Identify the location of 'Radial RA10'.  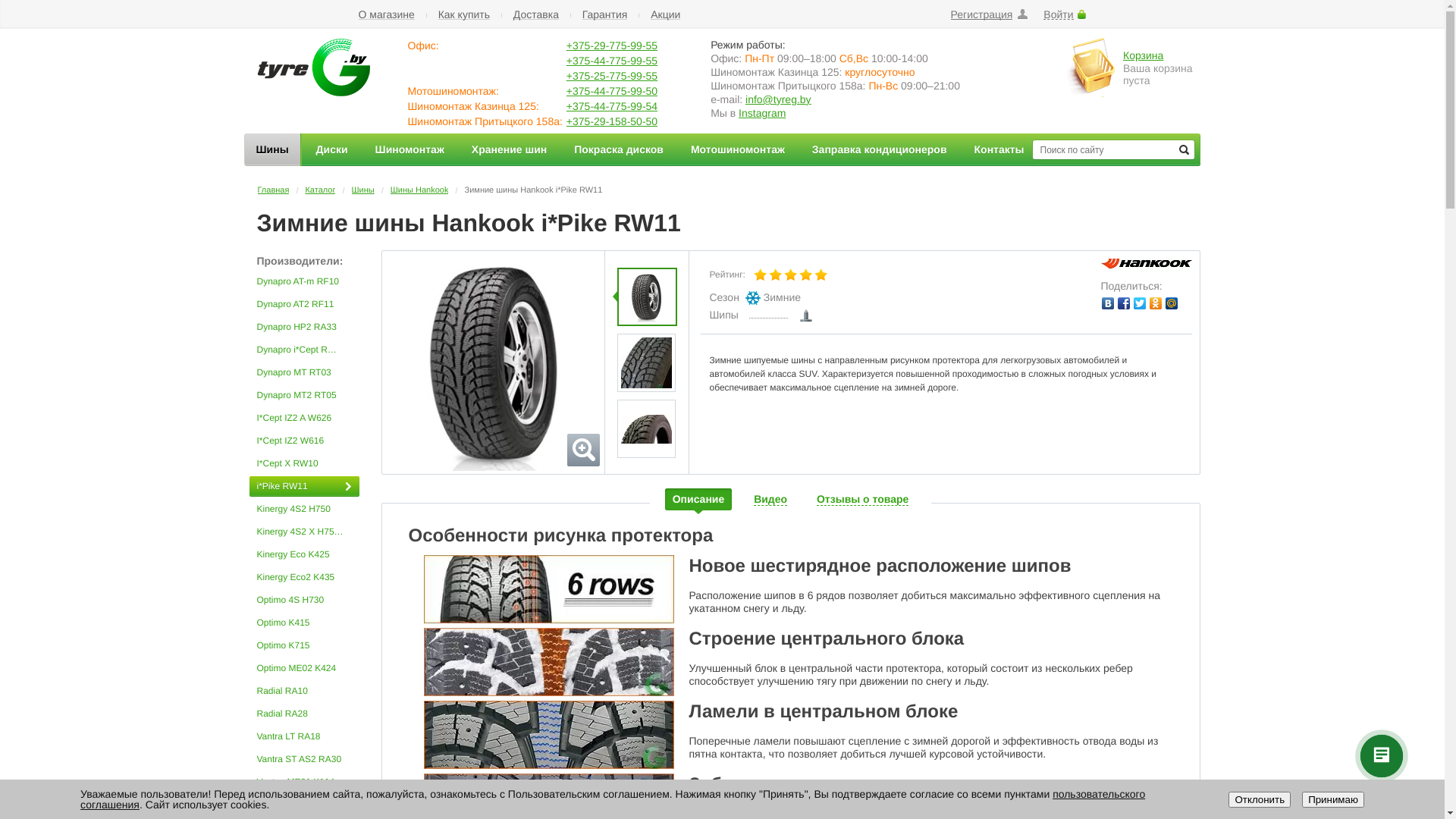
(303, 691).